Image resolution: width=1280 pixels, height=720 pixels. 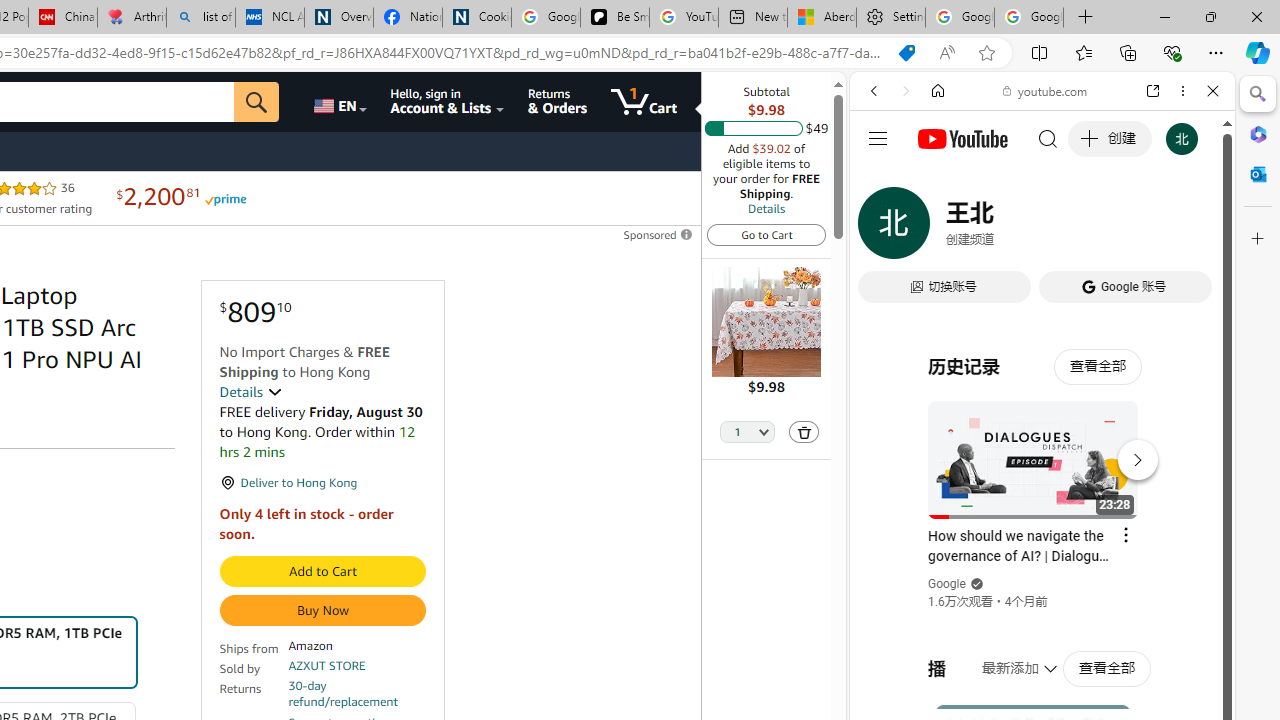 What do you see at coordinates (131, 17) in the screenshot?
I see `'Arthritis: Ask Health Professionals'` at bounding box center [131, 17].